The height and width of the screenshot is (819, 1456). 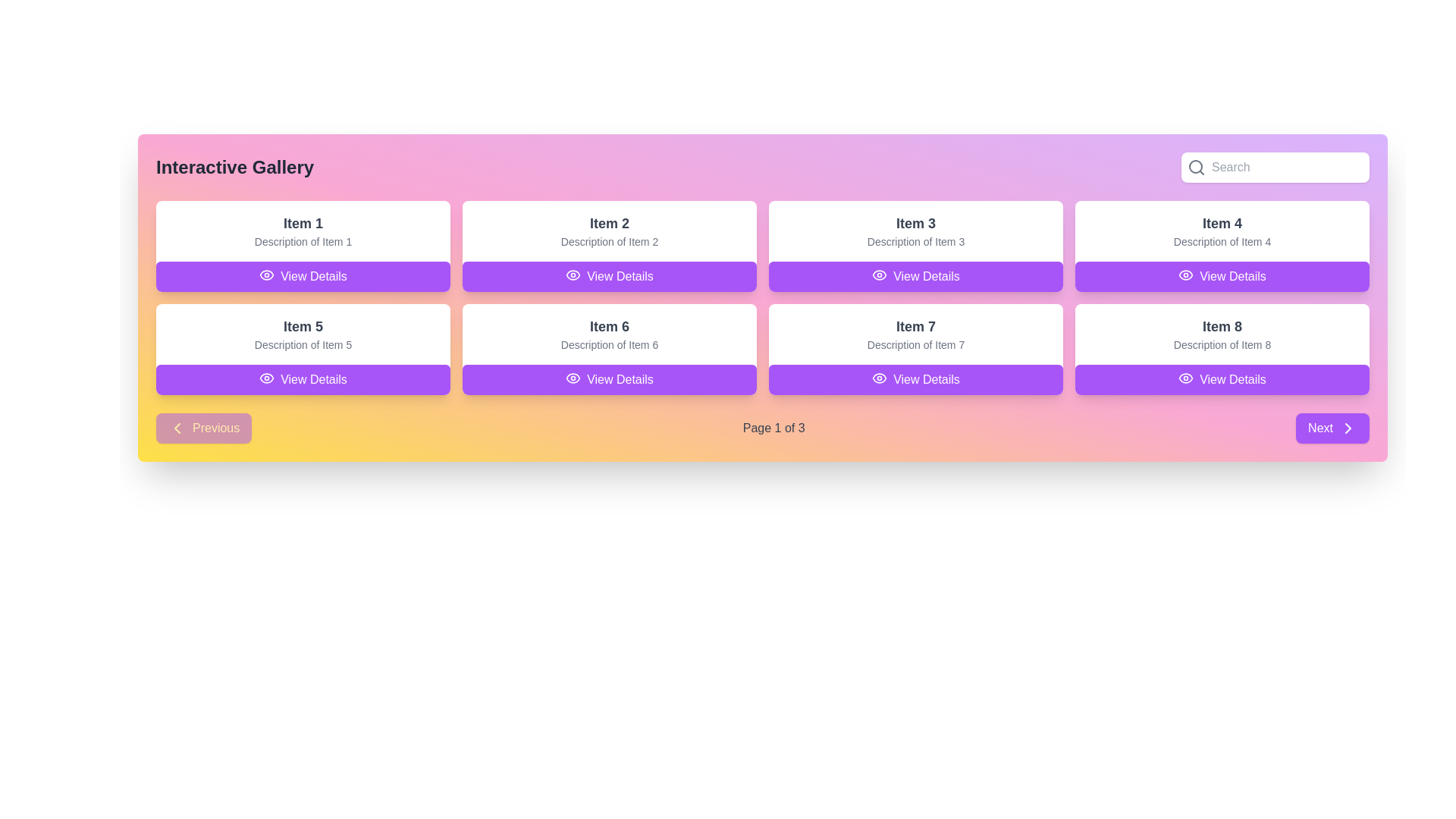 I want to click on the 'eye' icon within the 'View Details' button of 'Item 5' in the second row, left column of the grid layout, so click(x=267, y=275).